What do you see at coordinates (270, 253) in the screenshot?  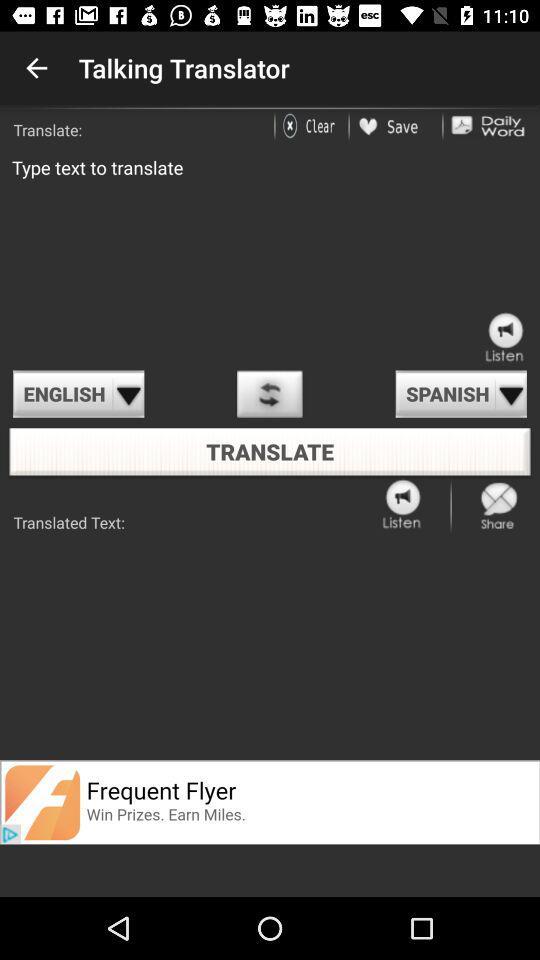 I see `type text` at bounding box center [270, 253].